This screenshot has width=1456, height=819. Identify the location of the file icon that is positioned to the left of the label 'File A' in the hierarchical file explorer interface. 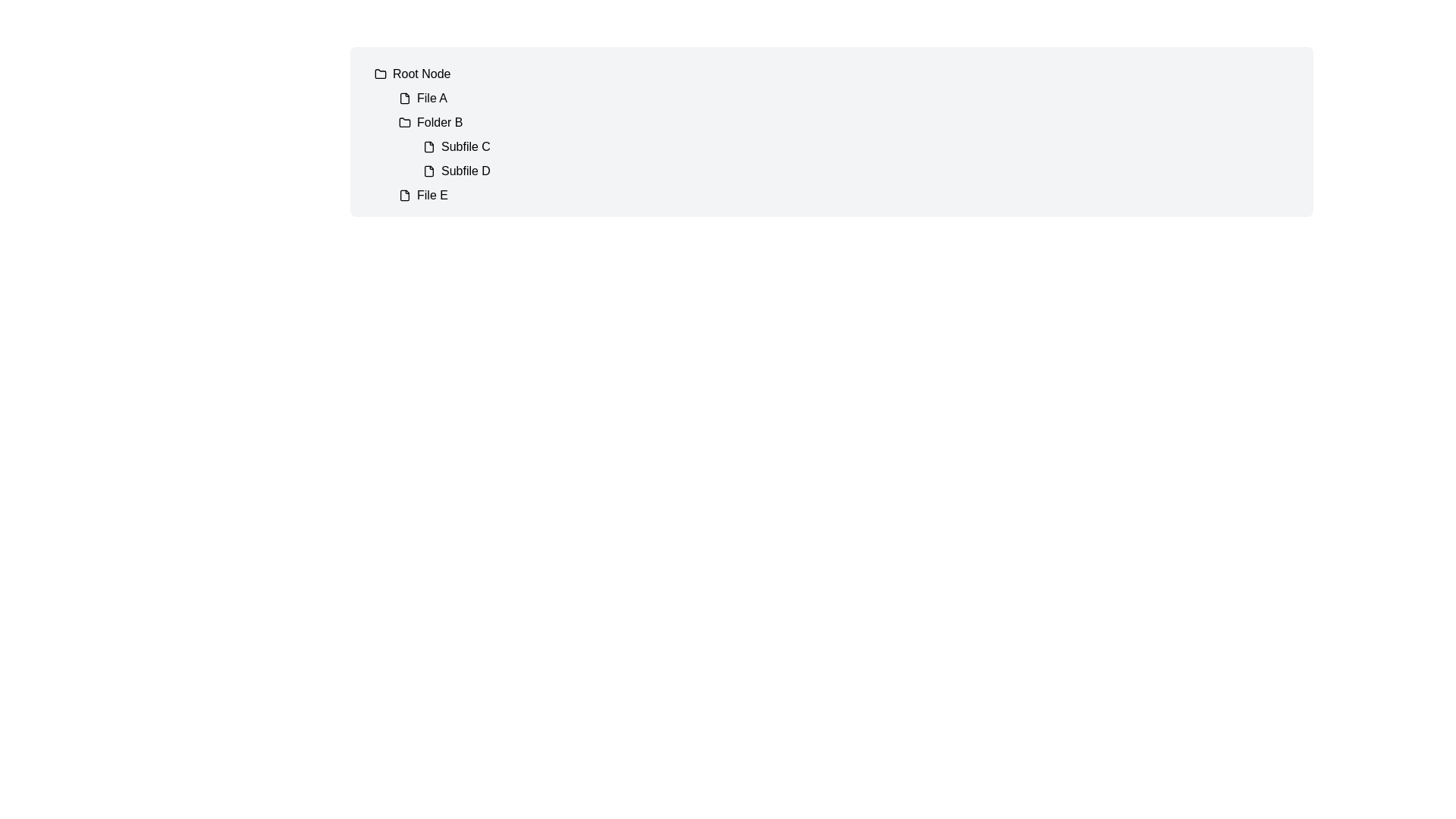
(404, 99).